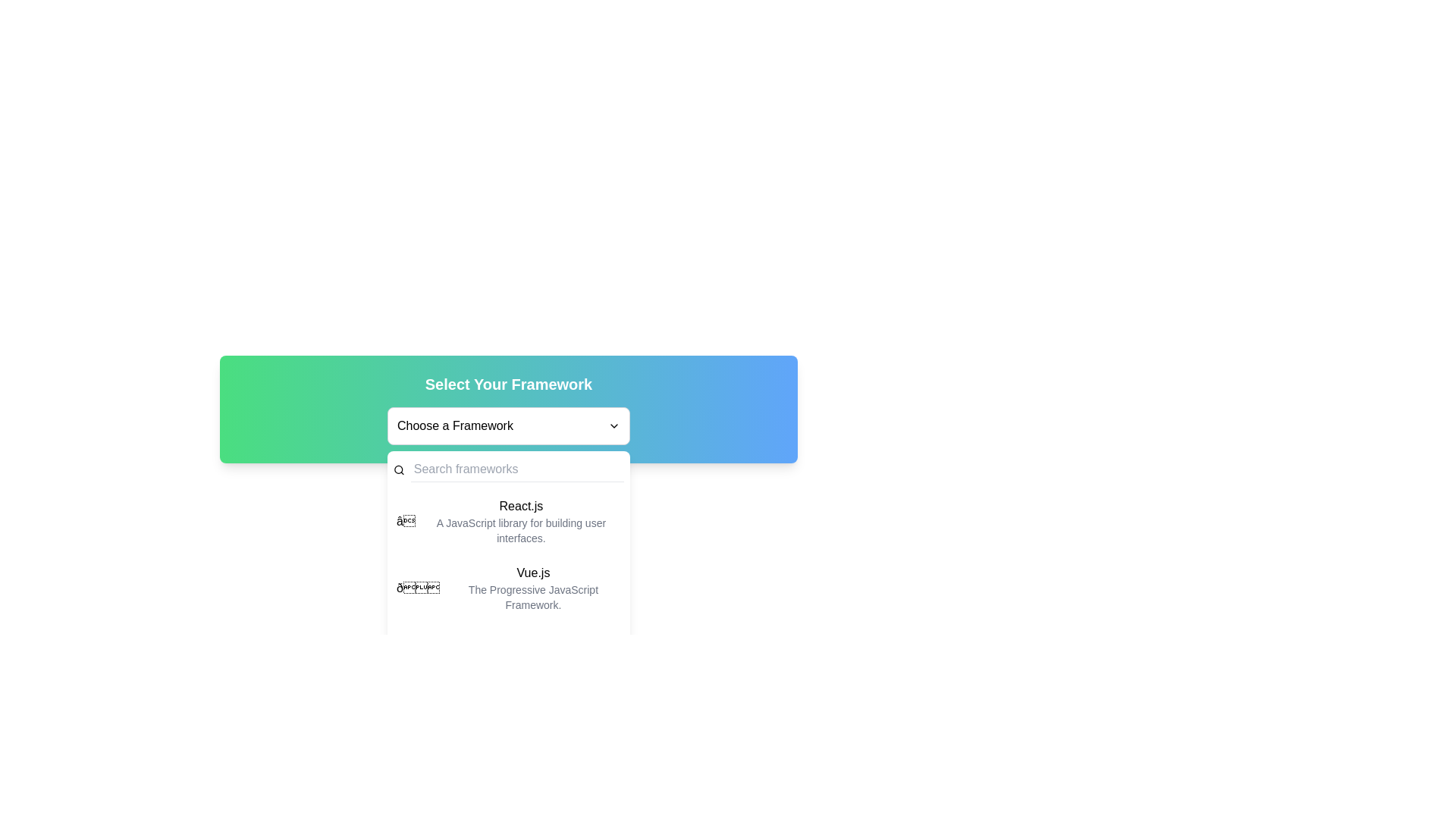 The image size is (1456, 819). Describe the element at coordinates (509, 426) in the screenshot. I see `the 'Choose a Framework' dropdown menu` at that location.